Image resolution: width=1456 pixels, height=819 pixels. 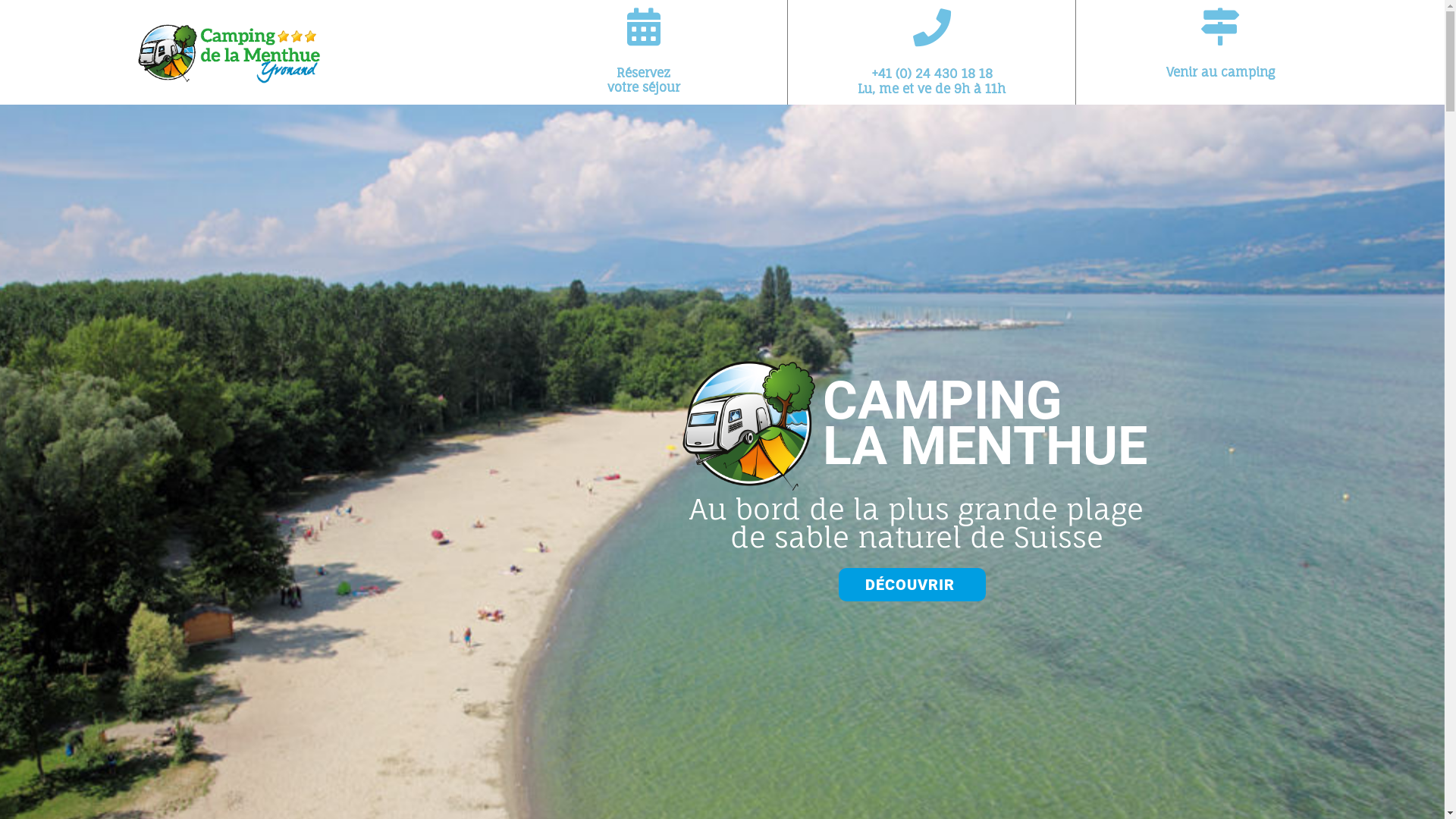 What do you see at coordinates (1165, 72) in the screenshot?
I see `'Venir au camping'` at bounding box center [1165, 72].